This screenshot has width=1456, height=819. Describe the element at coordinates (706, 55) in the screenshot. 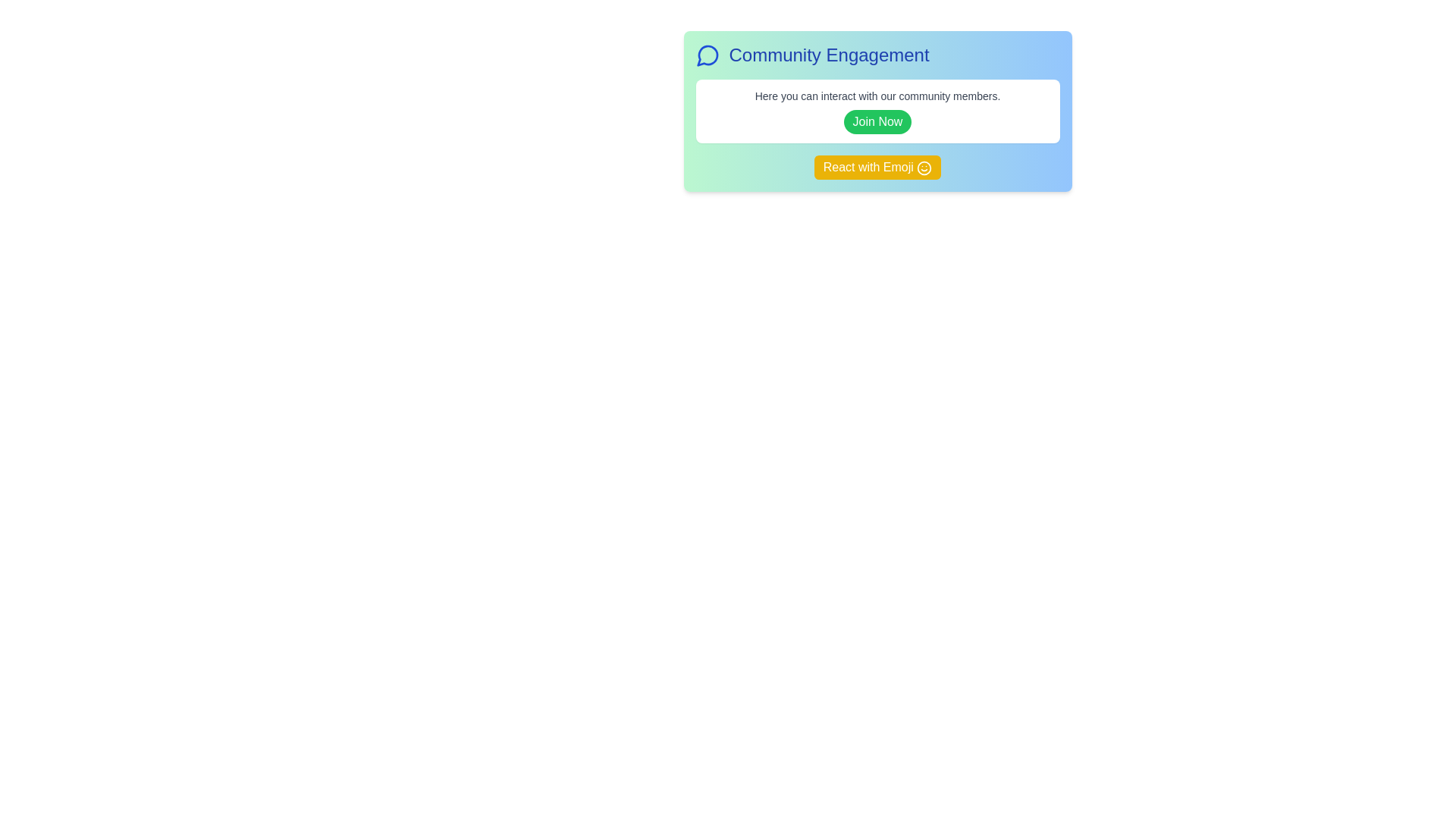

I see `the central speech bubble icon in the top left corner of the 'Community Engagement' card, which symbolizes communication or messaging` at that location.